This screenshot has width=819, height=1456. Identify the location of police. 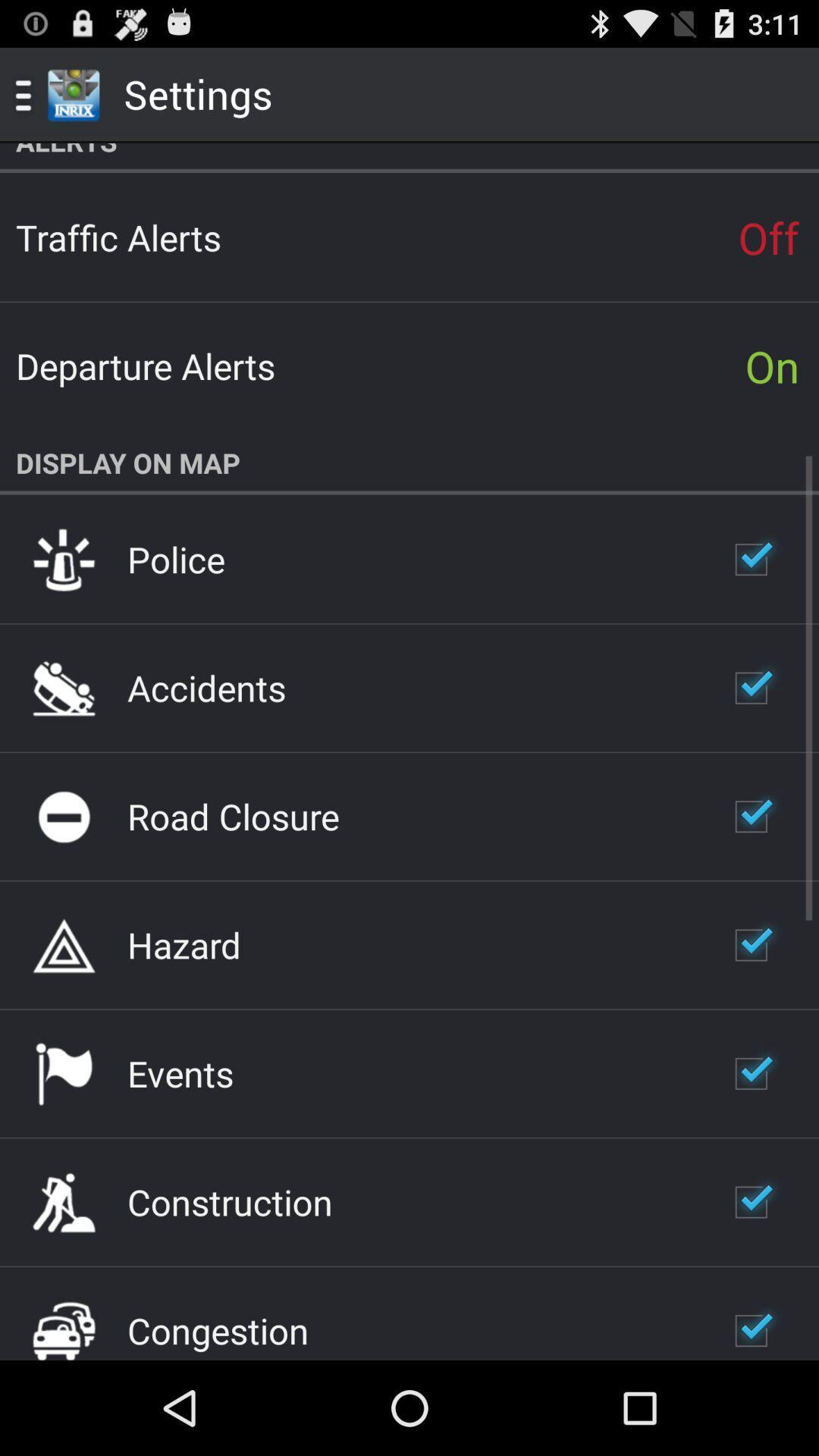
(175, 558).